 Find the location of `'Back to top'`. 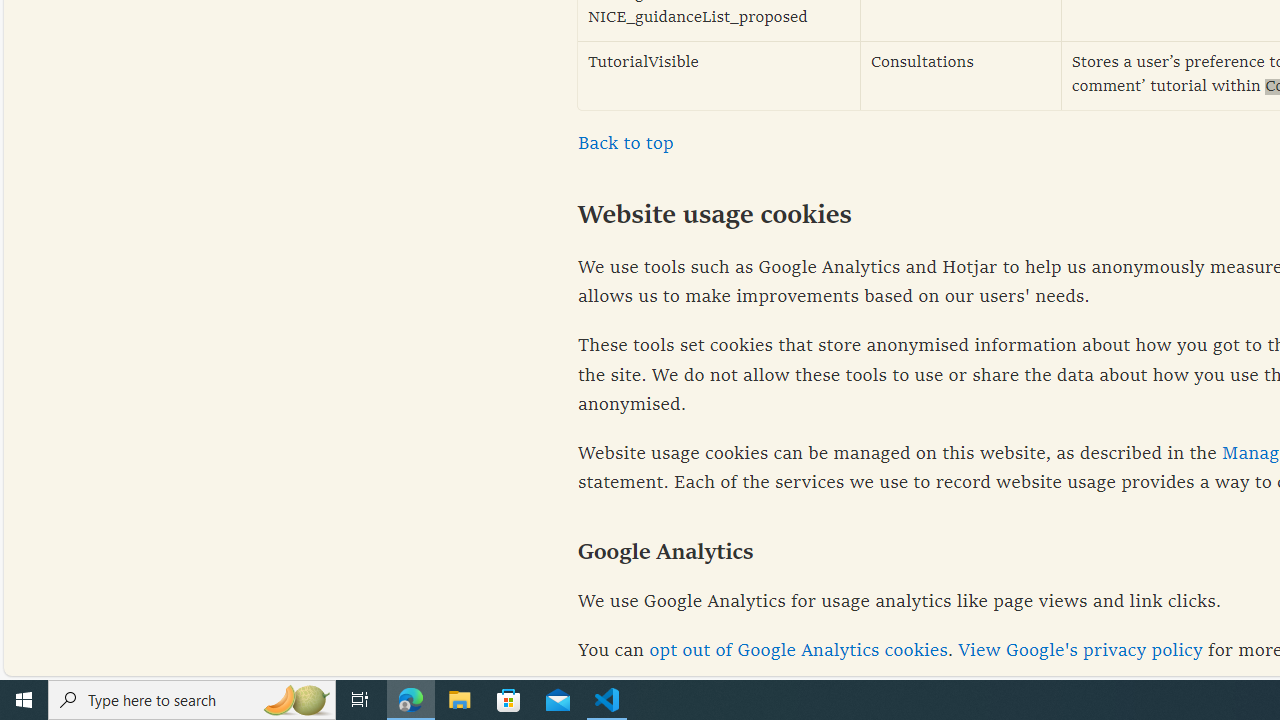

'Back to top' is located at coordinates (624, 143).